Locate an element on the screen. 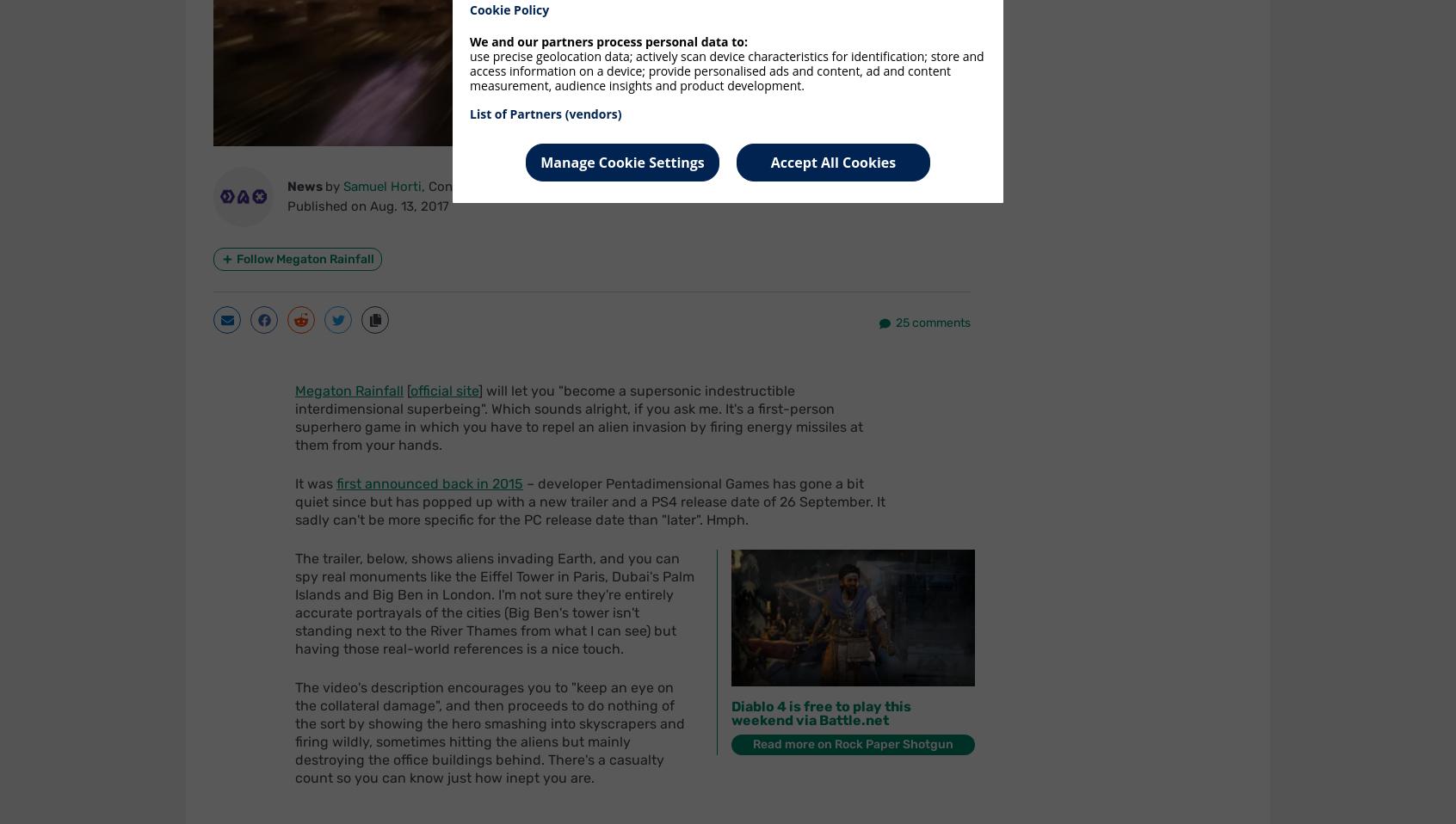 This screenshot has height=824, width=1456. 'News' is located at coordinates (305, 185).